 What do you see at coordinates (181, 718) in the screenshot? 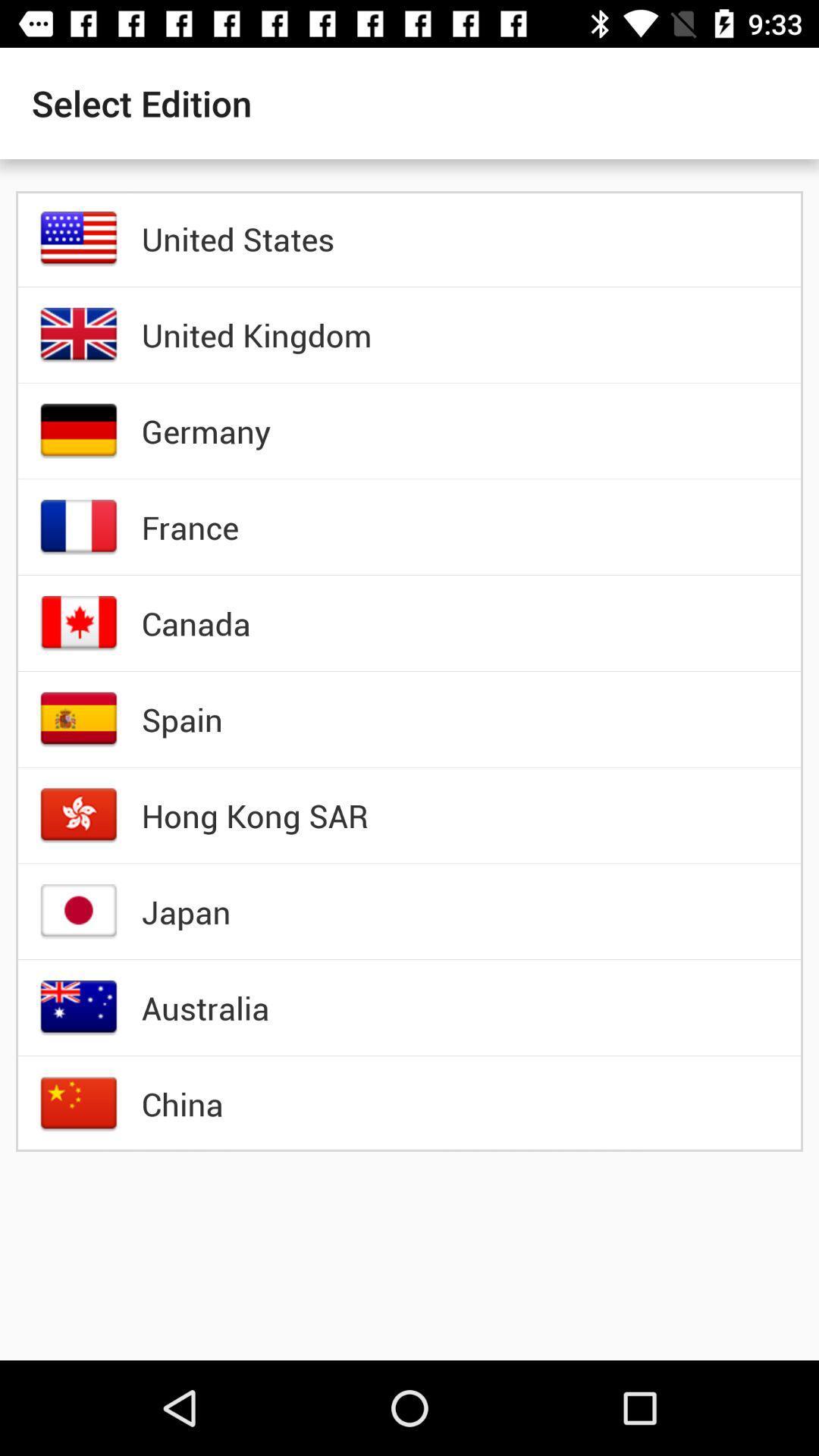
I see `the icon below the canada icon` at bounding box center [181, 718].